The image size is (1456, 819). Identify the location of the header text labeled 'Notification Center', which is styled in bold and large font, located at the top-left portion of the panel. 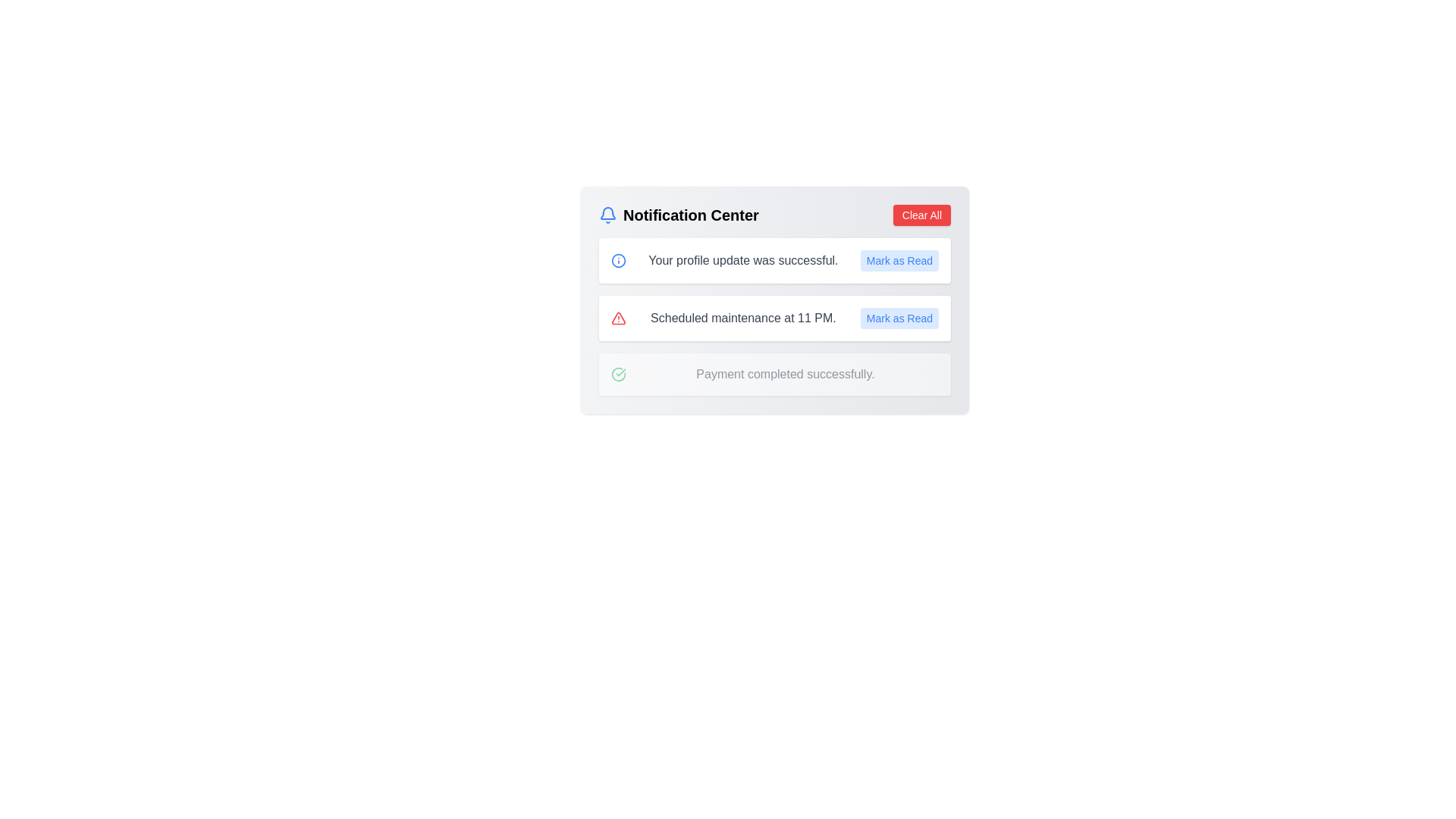
(690, 215).